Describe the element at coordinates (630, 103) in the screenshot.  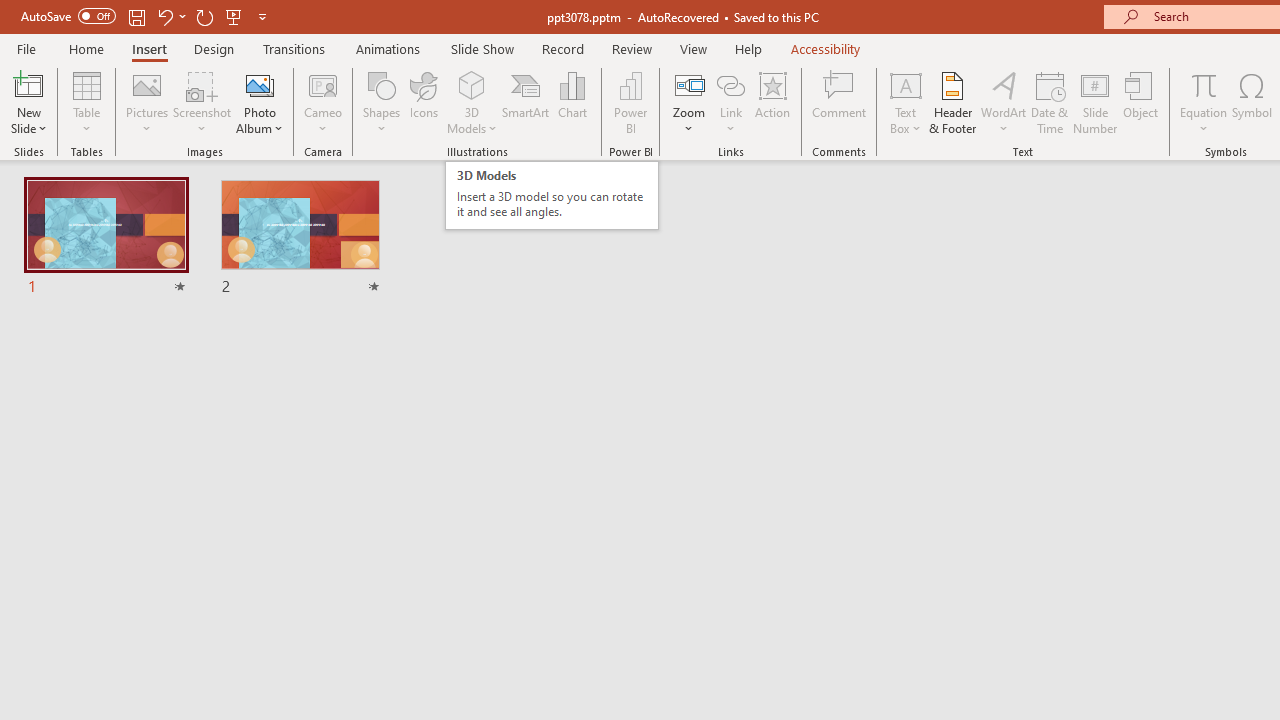
I see `'Power BI'` at that location.